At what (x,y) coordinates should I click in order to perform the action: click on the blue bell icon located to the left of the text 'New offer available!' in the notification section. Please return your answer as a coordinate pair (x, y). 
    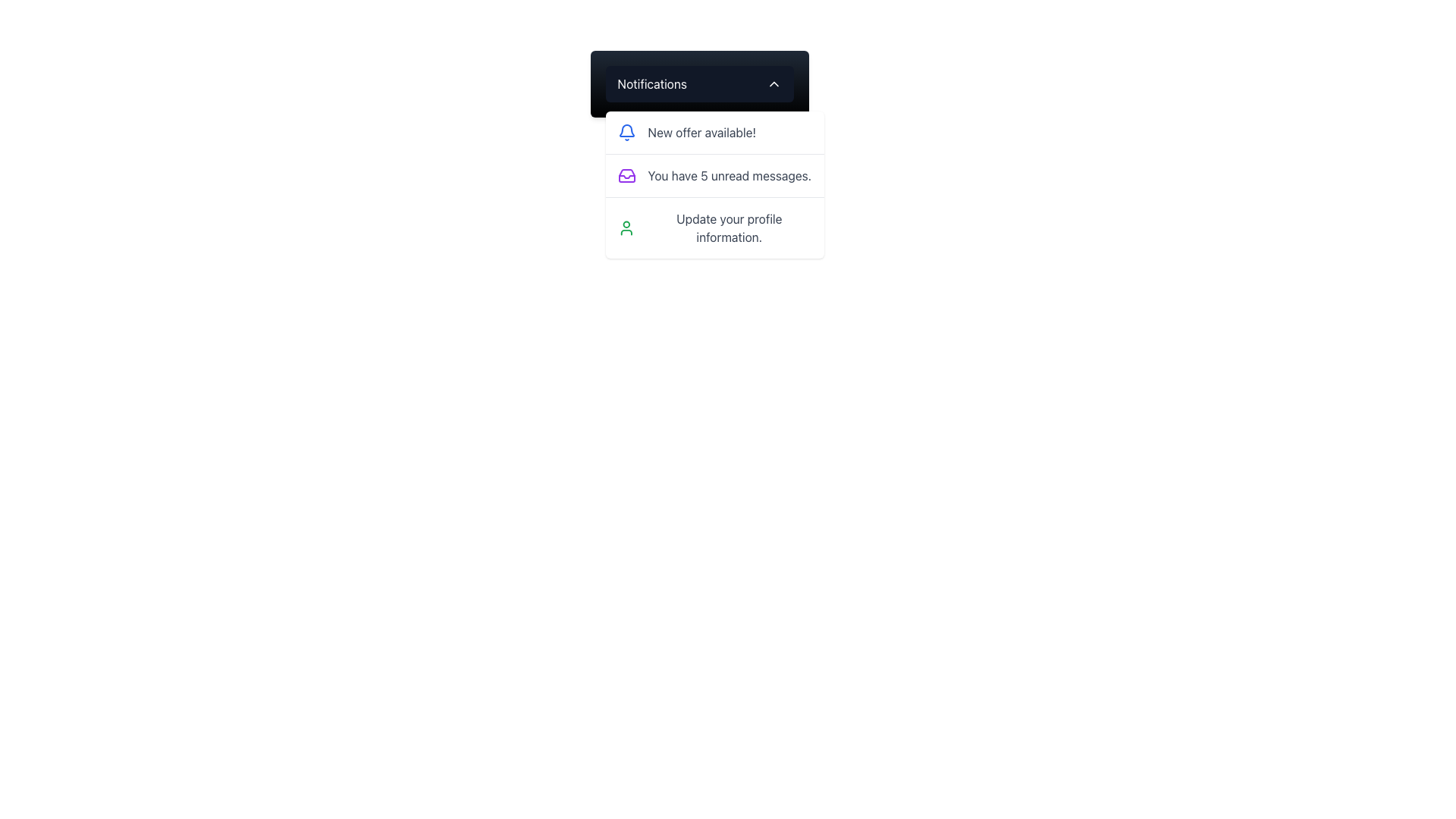
    Looking at the image, I should click on (626, 131).